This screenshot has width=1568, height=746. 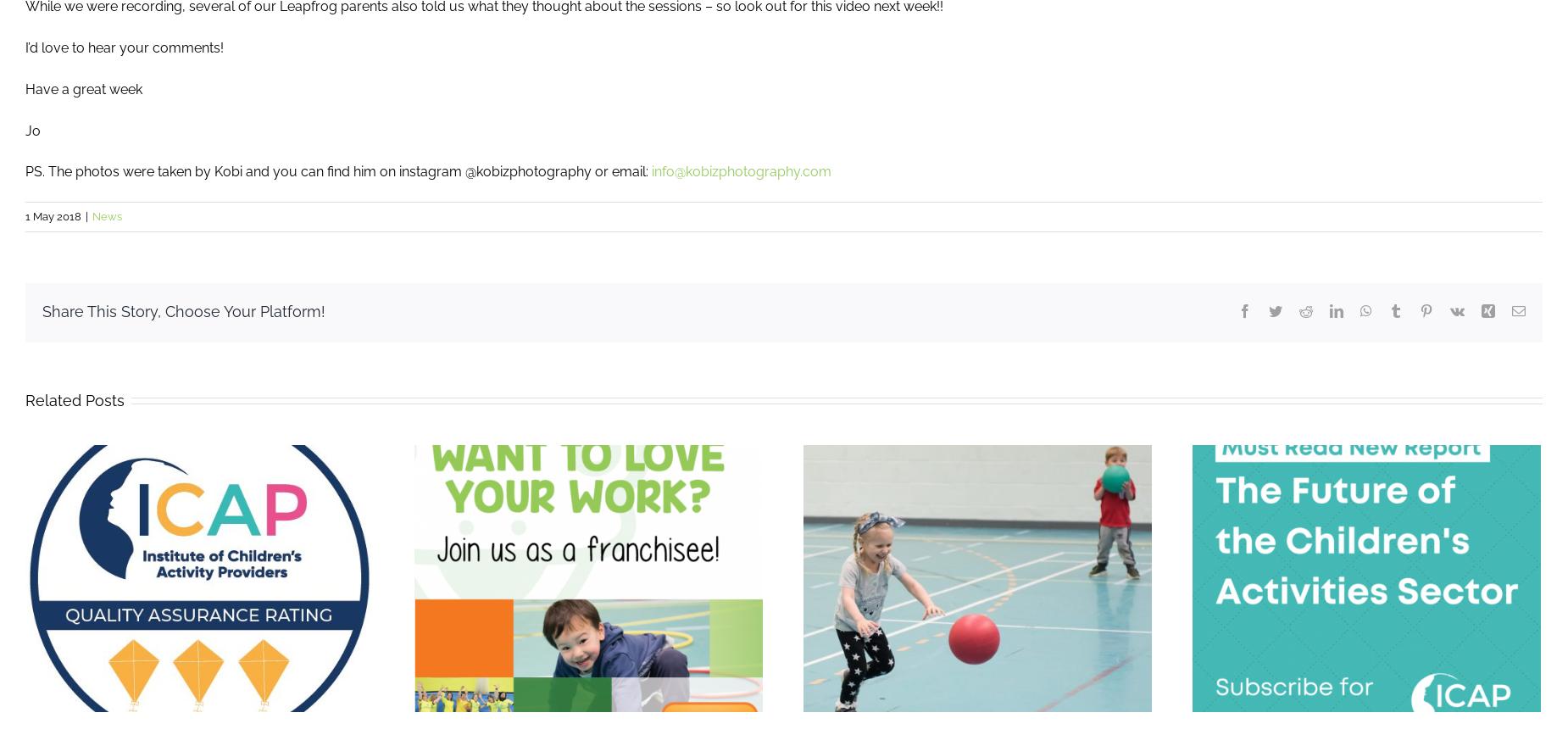 I want to click on 'PS. The photos were taken by Kobi and you can find him on instagram @kobizphotography or email:', so click(x=337, y=171).